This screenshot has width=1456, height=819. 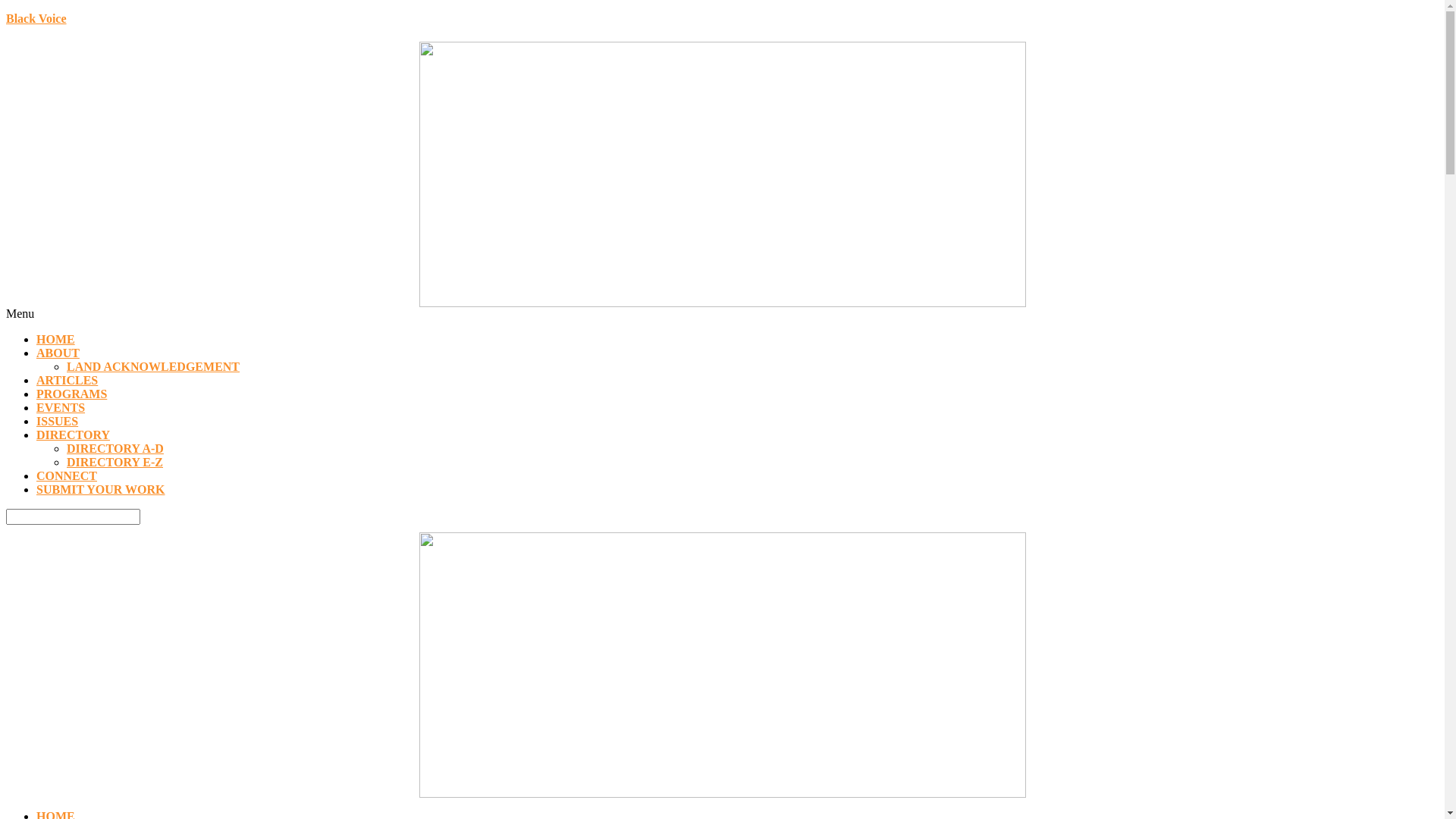 What do you see at coordinates (36, 338) in the screenshot?
I see `'HOME'` at bounding box center [36, 338].